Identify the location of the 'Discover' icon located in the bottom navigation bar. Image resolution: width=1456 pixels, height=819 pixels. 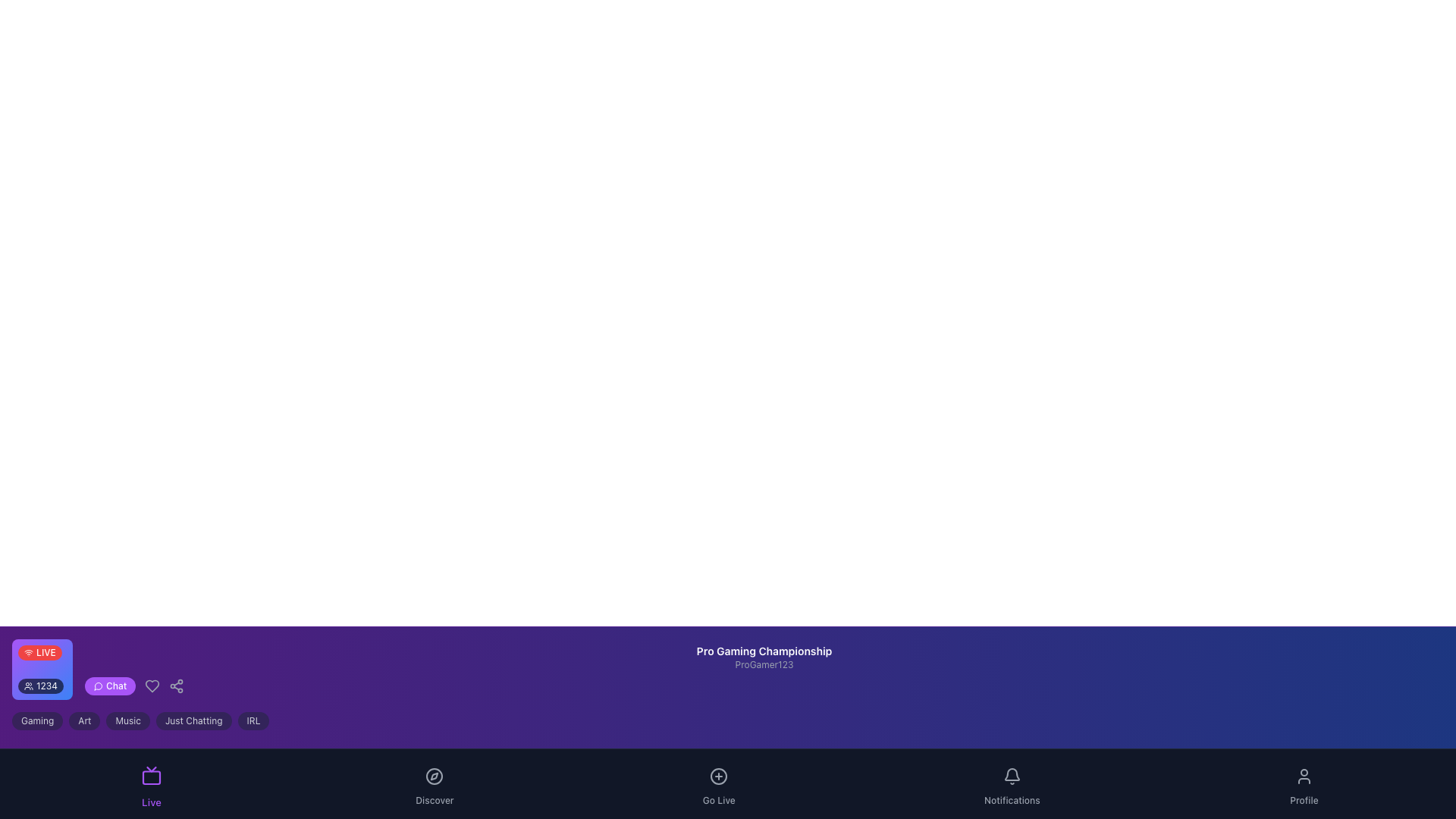
(434, 776).